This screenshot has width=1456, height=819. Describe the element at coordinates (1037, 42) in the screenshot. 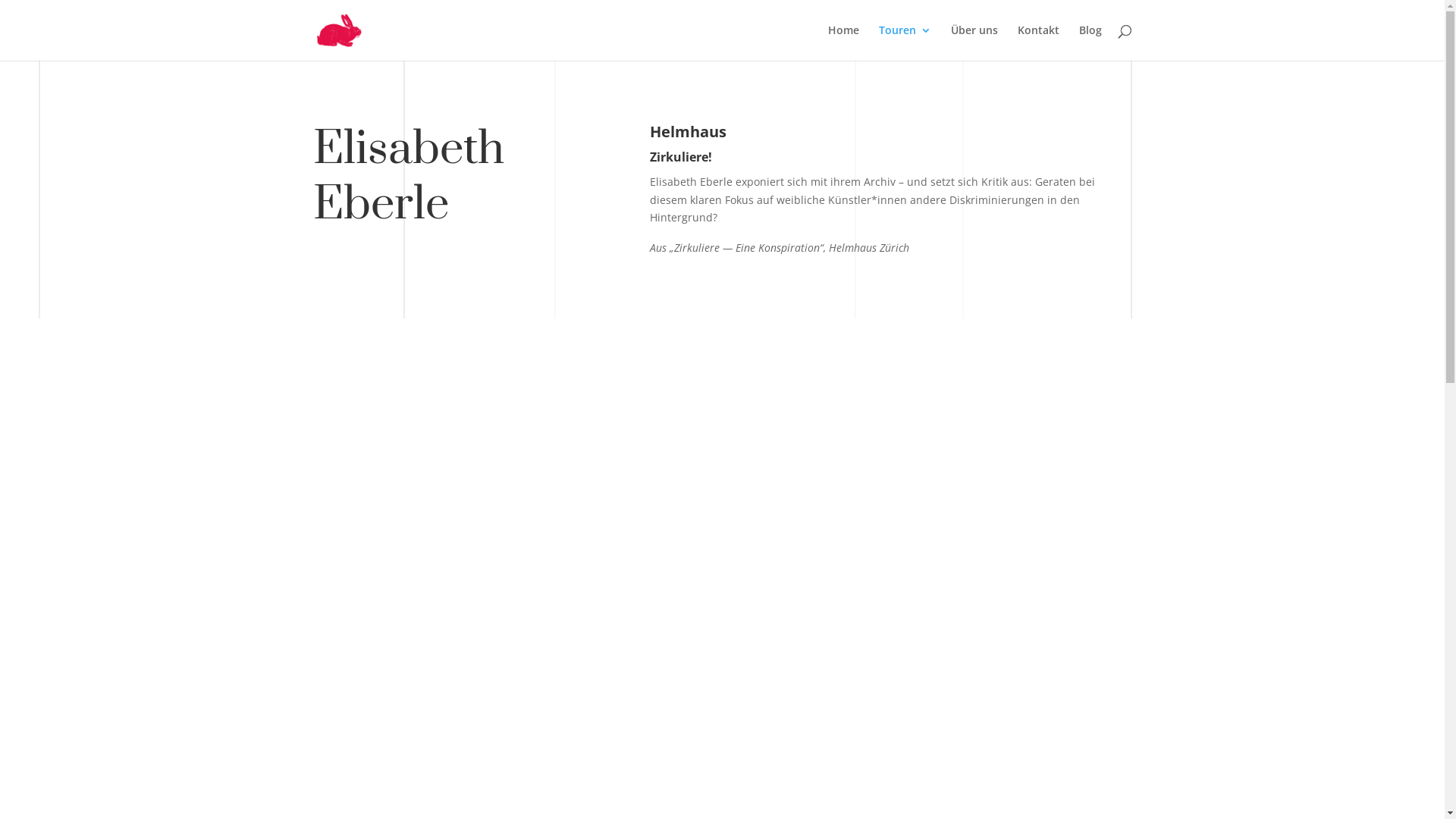

I see `'Kontakt'` at that location.